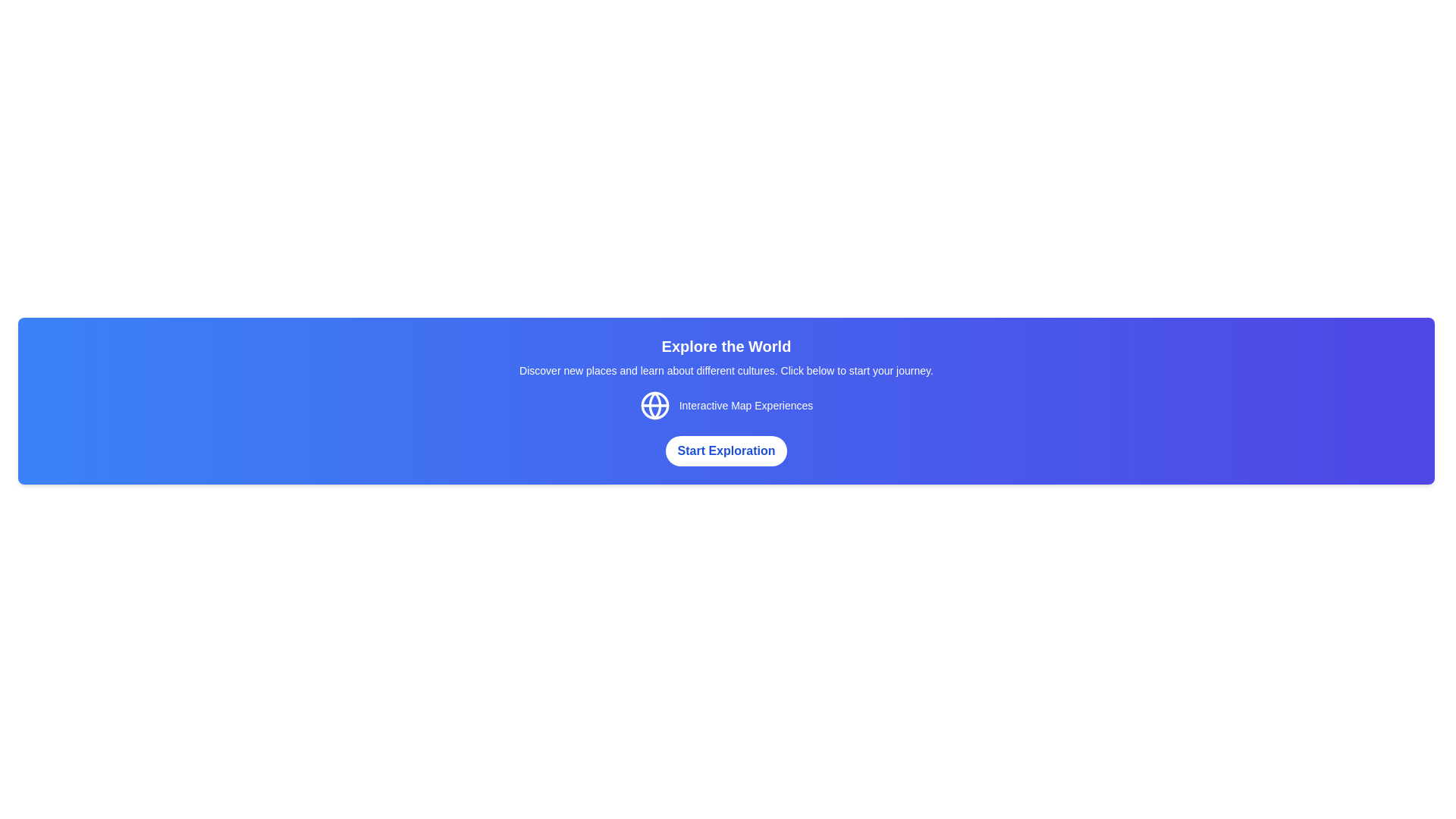 The height and width of the screenshot is (819, 1456). What do you see at coordinates (745, 405) in the screenshot?
I see `text label displaying 'Interactive Map Experiences' which is located to the right of the globe icon in a blue section of the UI` at bounding box center [745, 405].